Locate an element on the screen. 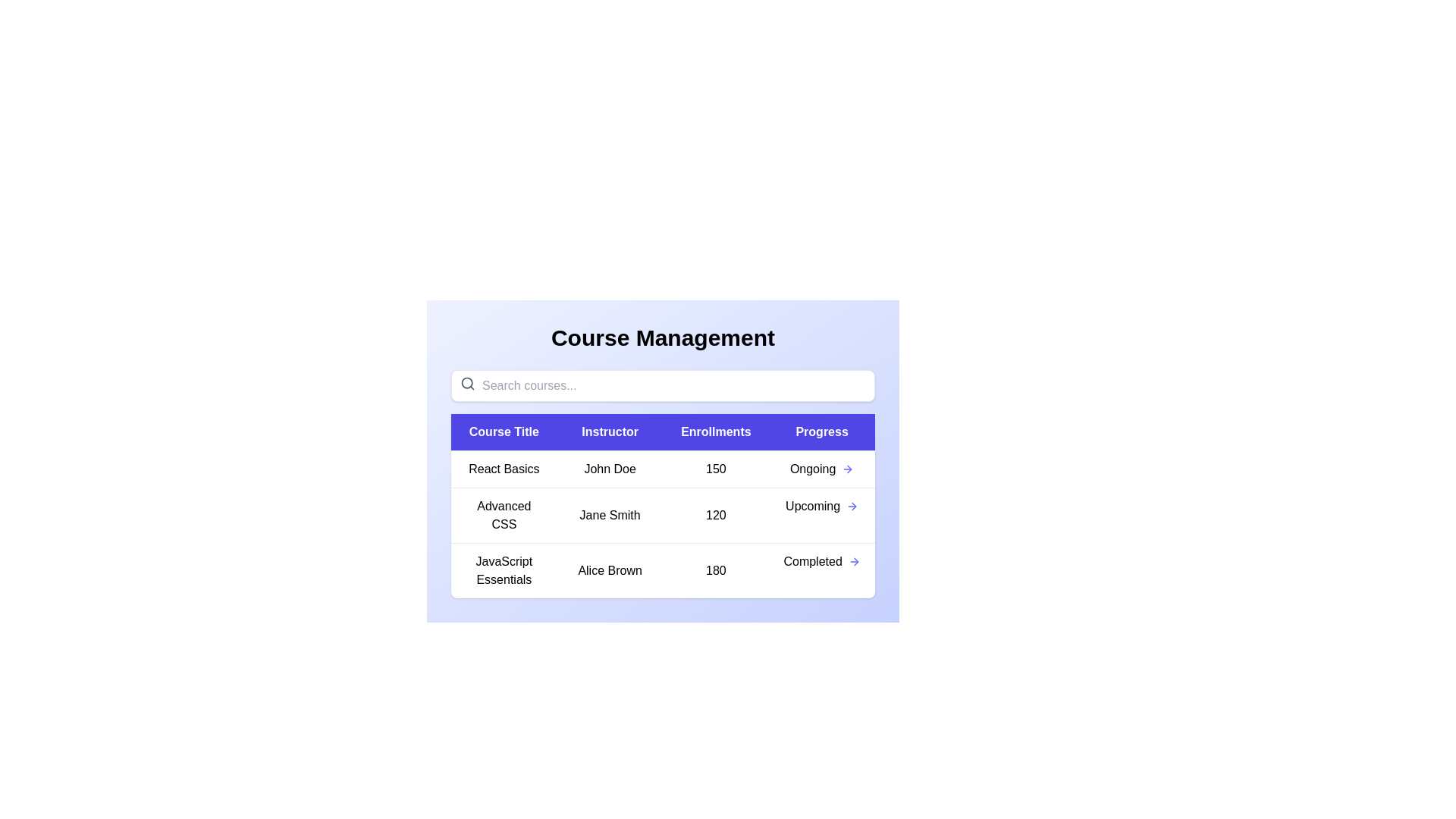  the column header Course Title to sort or filter the courses is located at coordinates (504, 432).